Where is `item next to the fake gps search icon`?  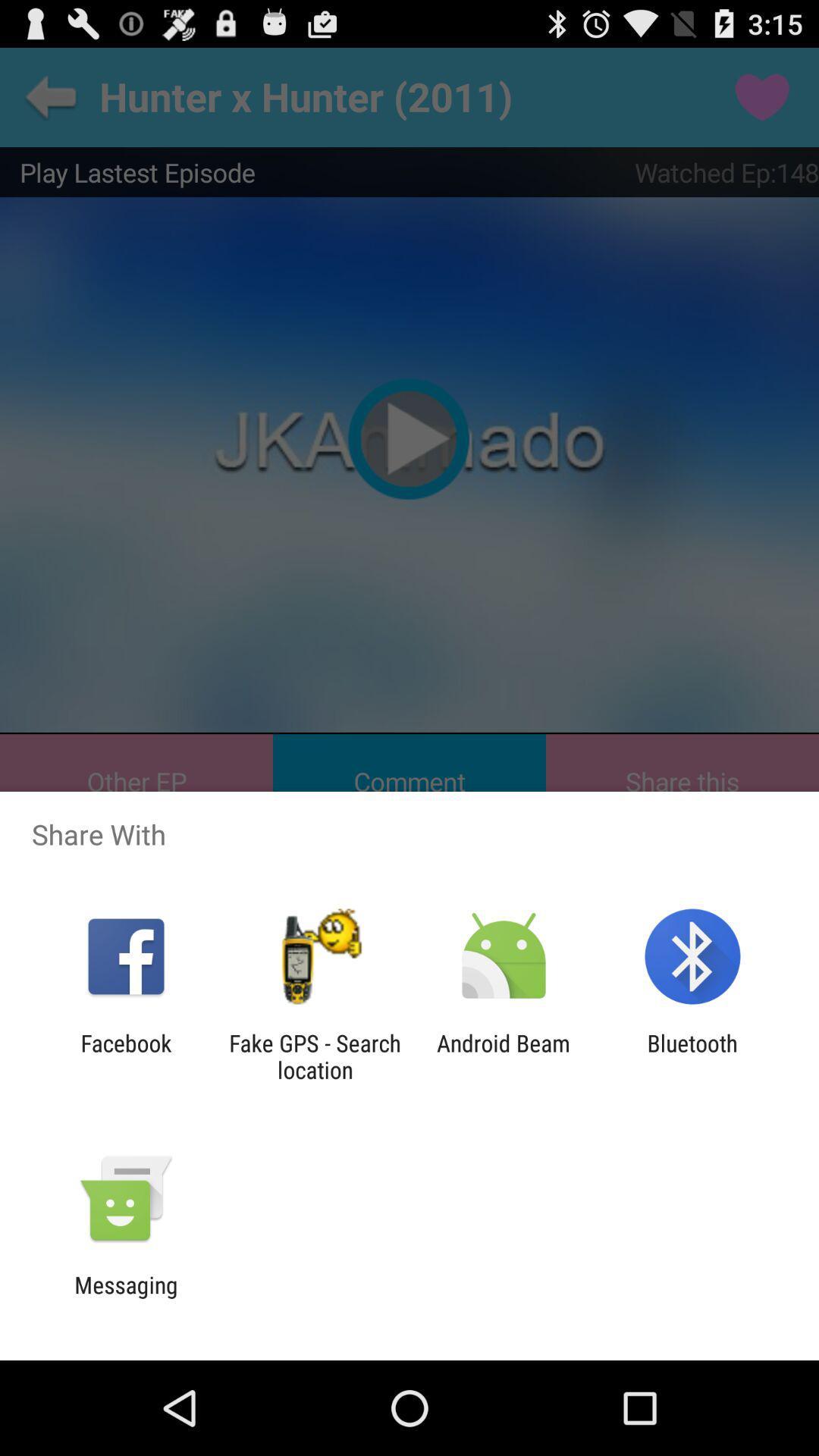
item next to the fake gps search icon is located at coordinates (125, 1056).